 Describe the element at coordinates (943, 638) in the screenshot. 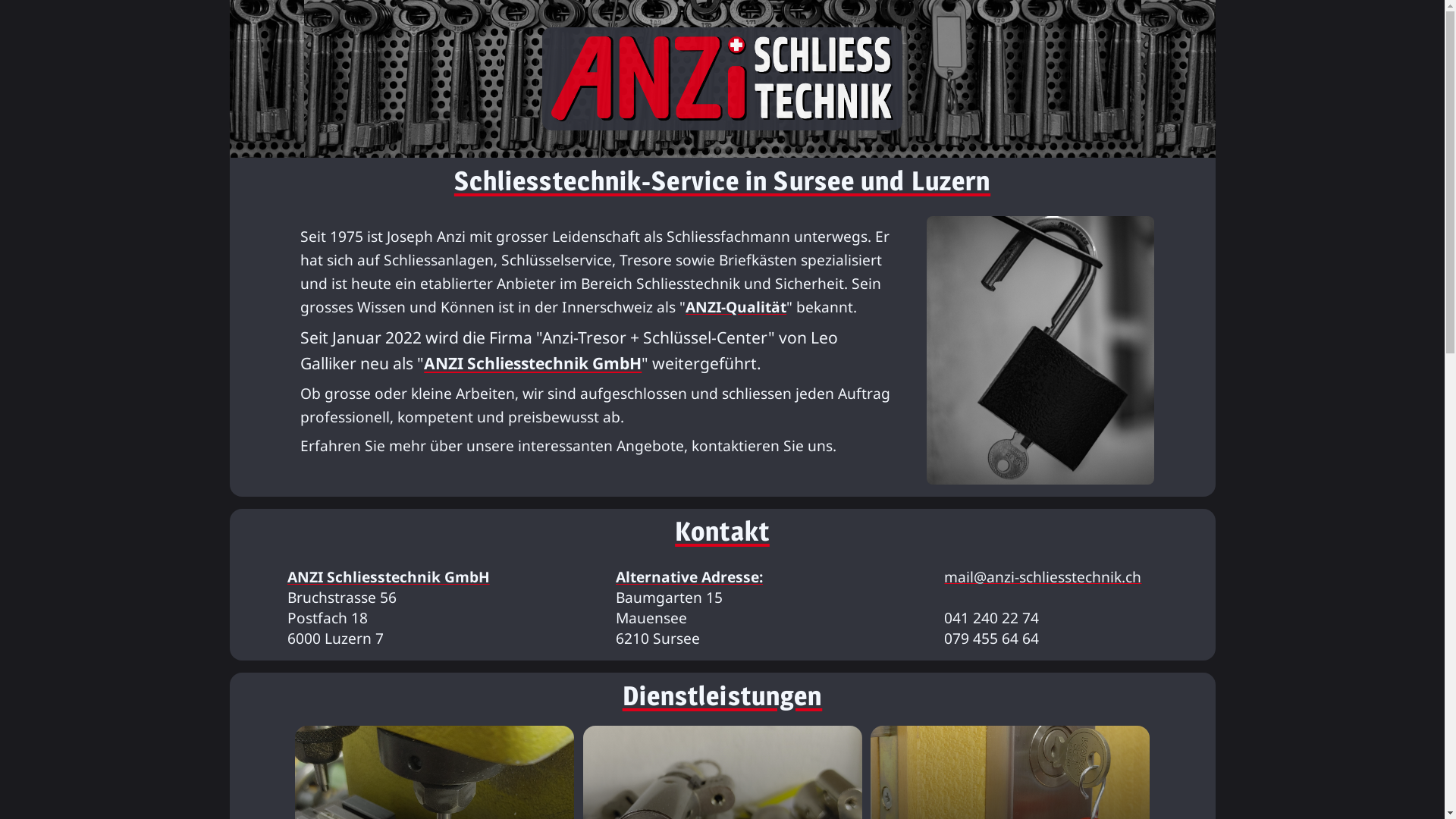

I see `'079 455 64 64'` at that location.